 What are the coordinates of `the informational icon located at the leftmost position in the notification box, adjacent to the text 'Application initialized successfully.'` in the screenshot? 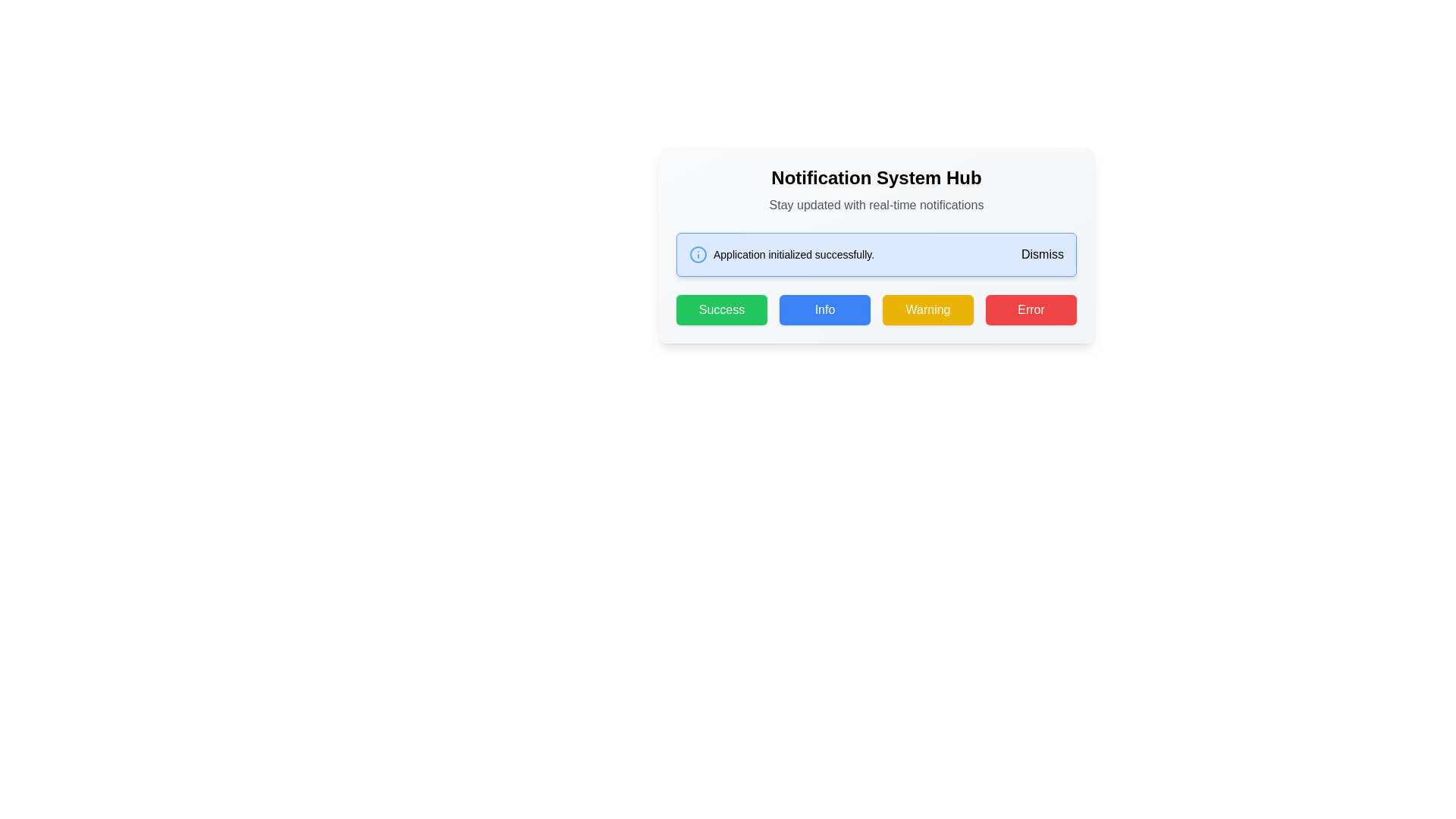 It's located at (698, 253).